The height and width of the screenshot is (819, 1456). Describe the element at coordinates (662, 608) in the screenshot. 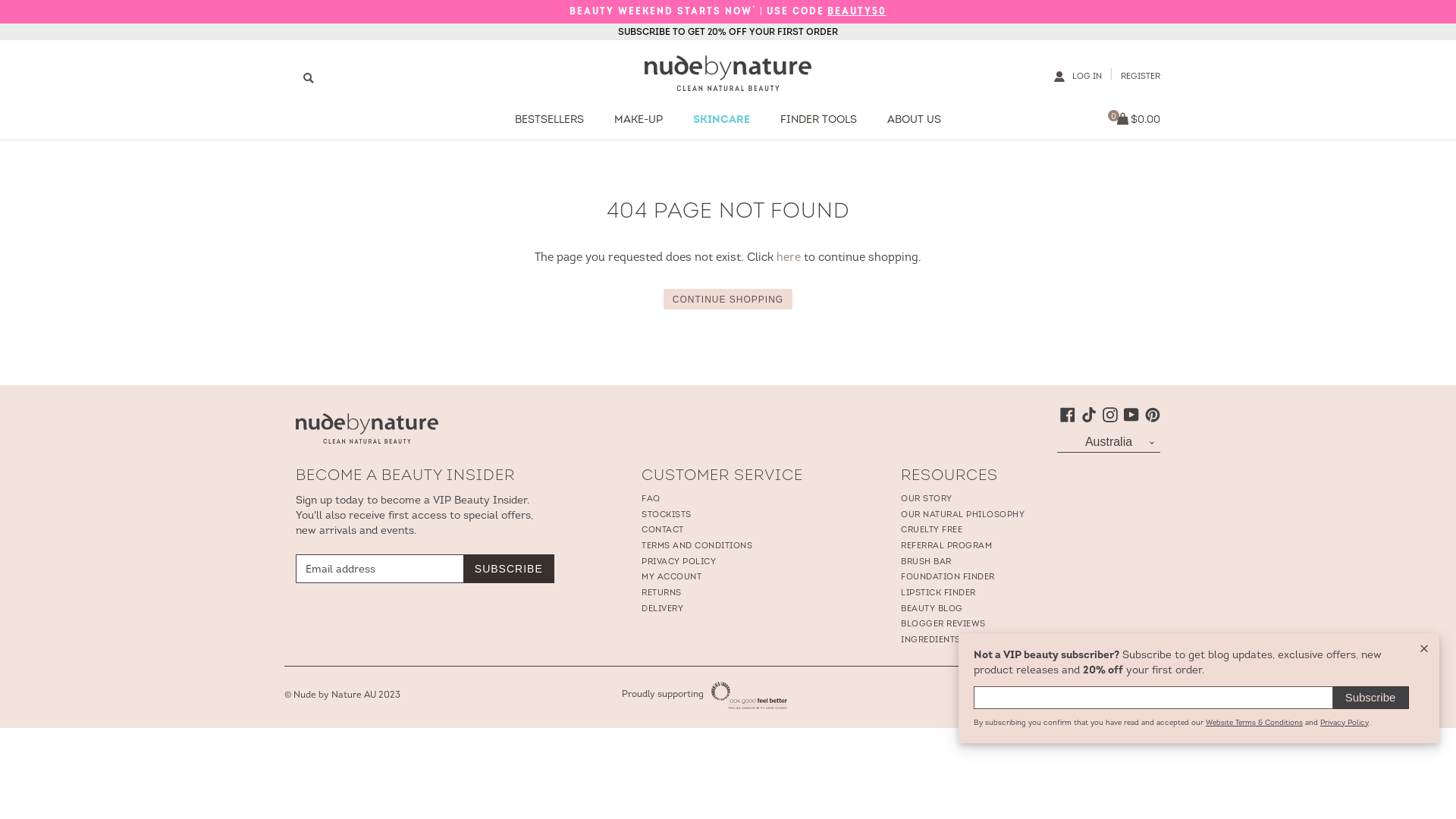

I see `'DELIVERY'` at that location.